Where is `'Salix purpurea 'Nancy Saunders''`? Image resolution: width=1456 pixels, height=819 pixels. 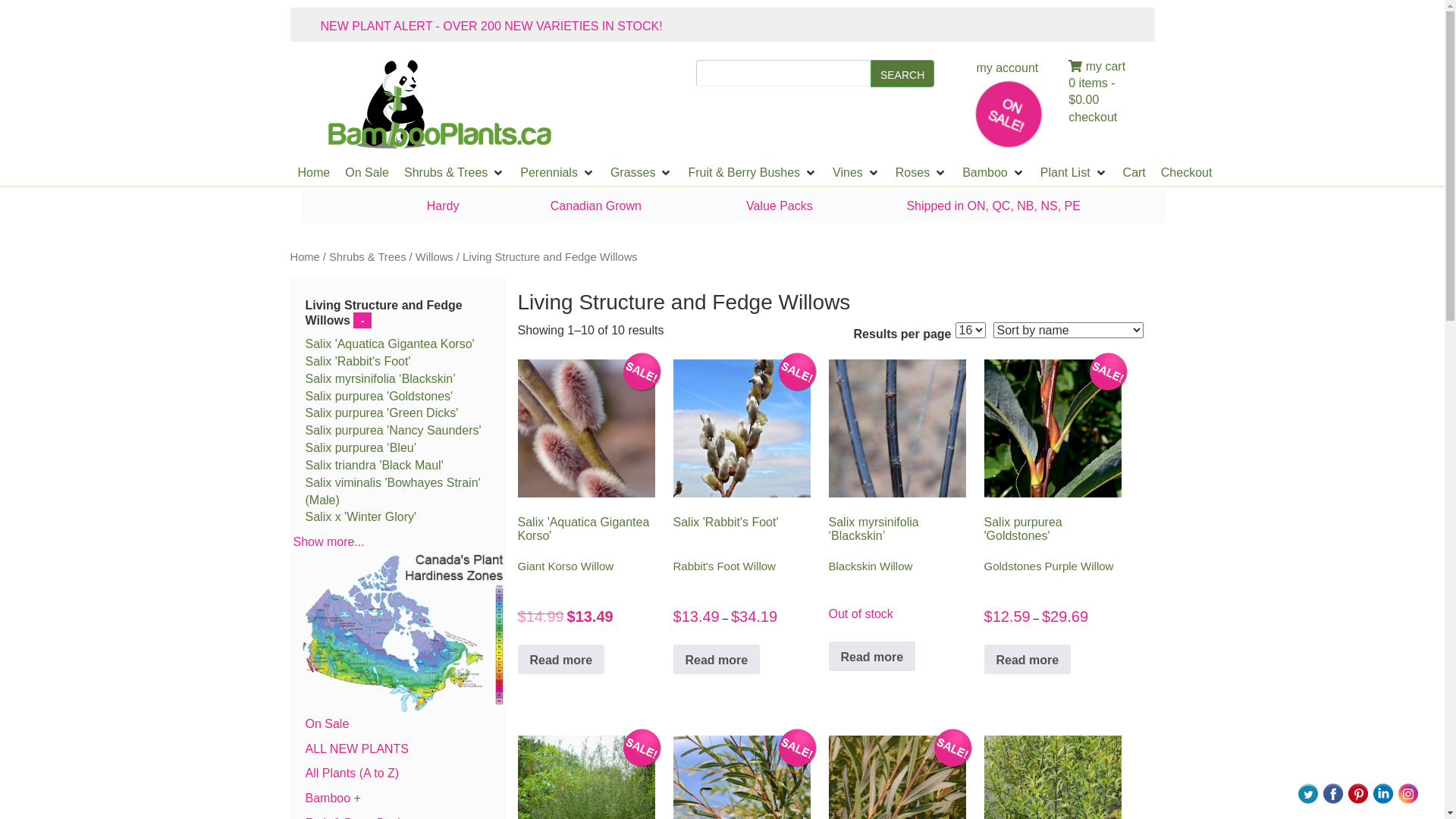 'Salix purpurea 'Nancy Saunders'' is located at coordinates (393, 430).